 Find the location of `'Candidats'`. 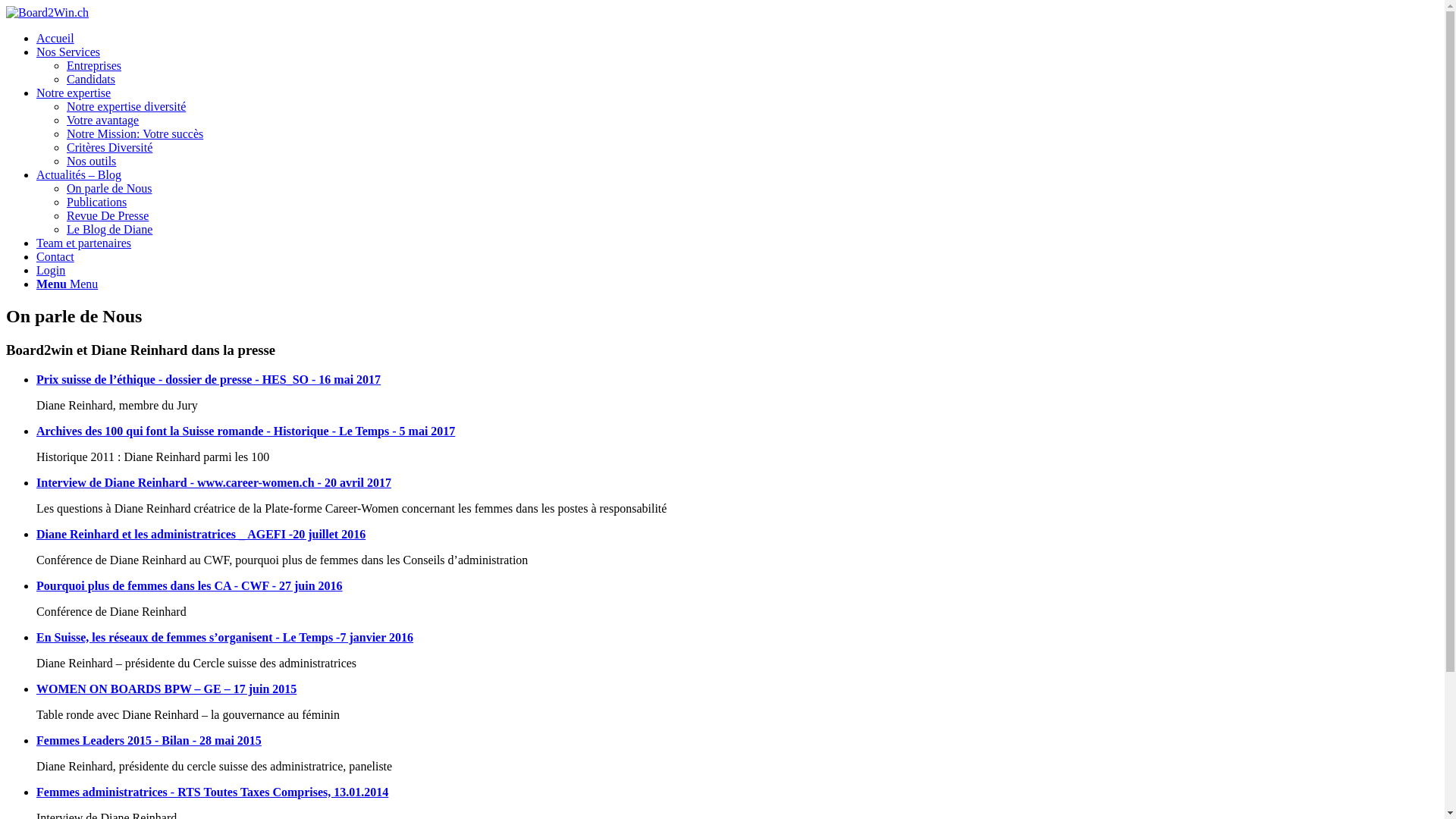

'Candidats' is located at coordinates (65, 79).